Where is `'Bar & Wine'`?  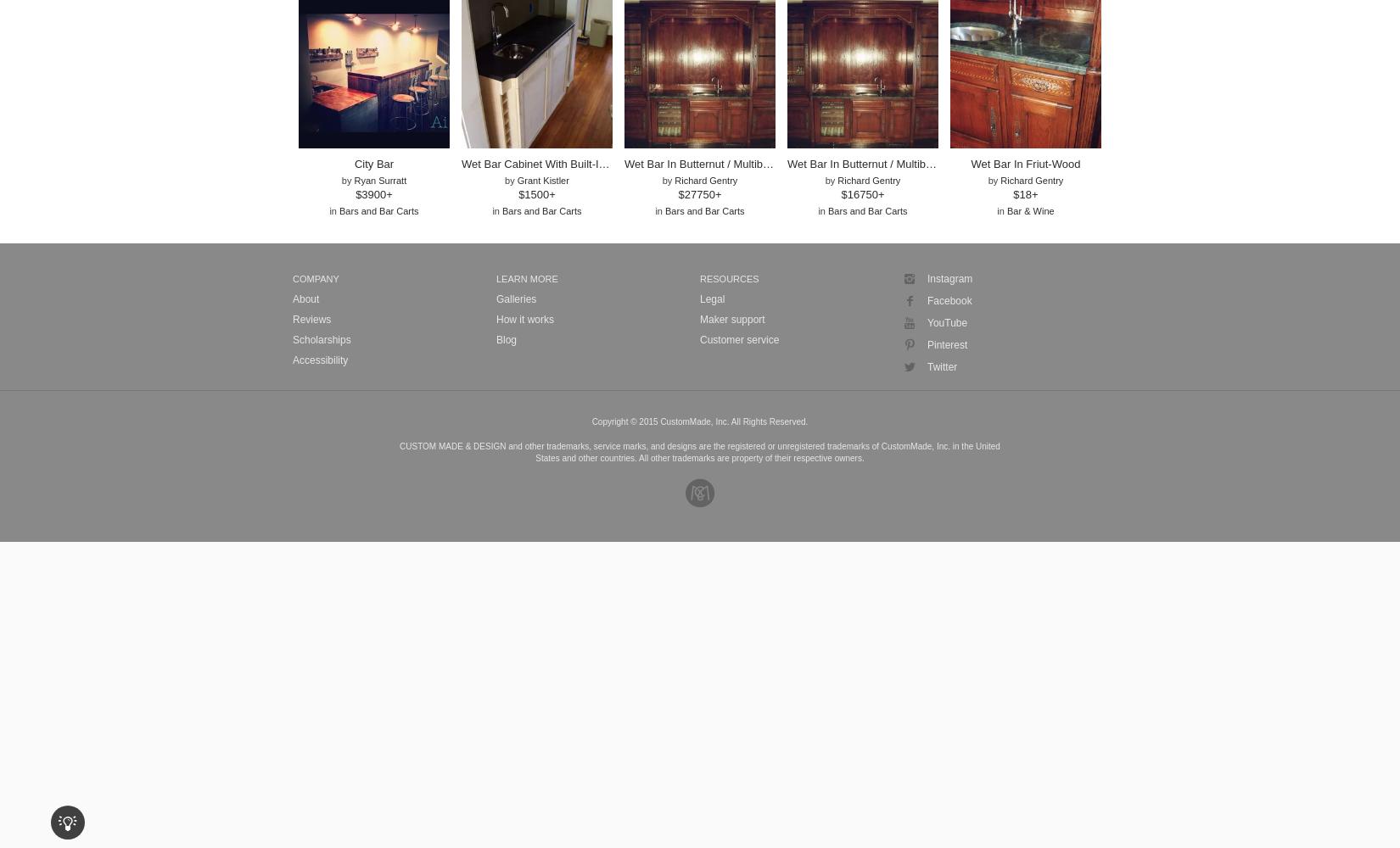
'Bar & Wine' is located at coordinates (1006, 210).